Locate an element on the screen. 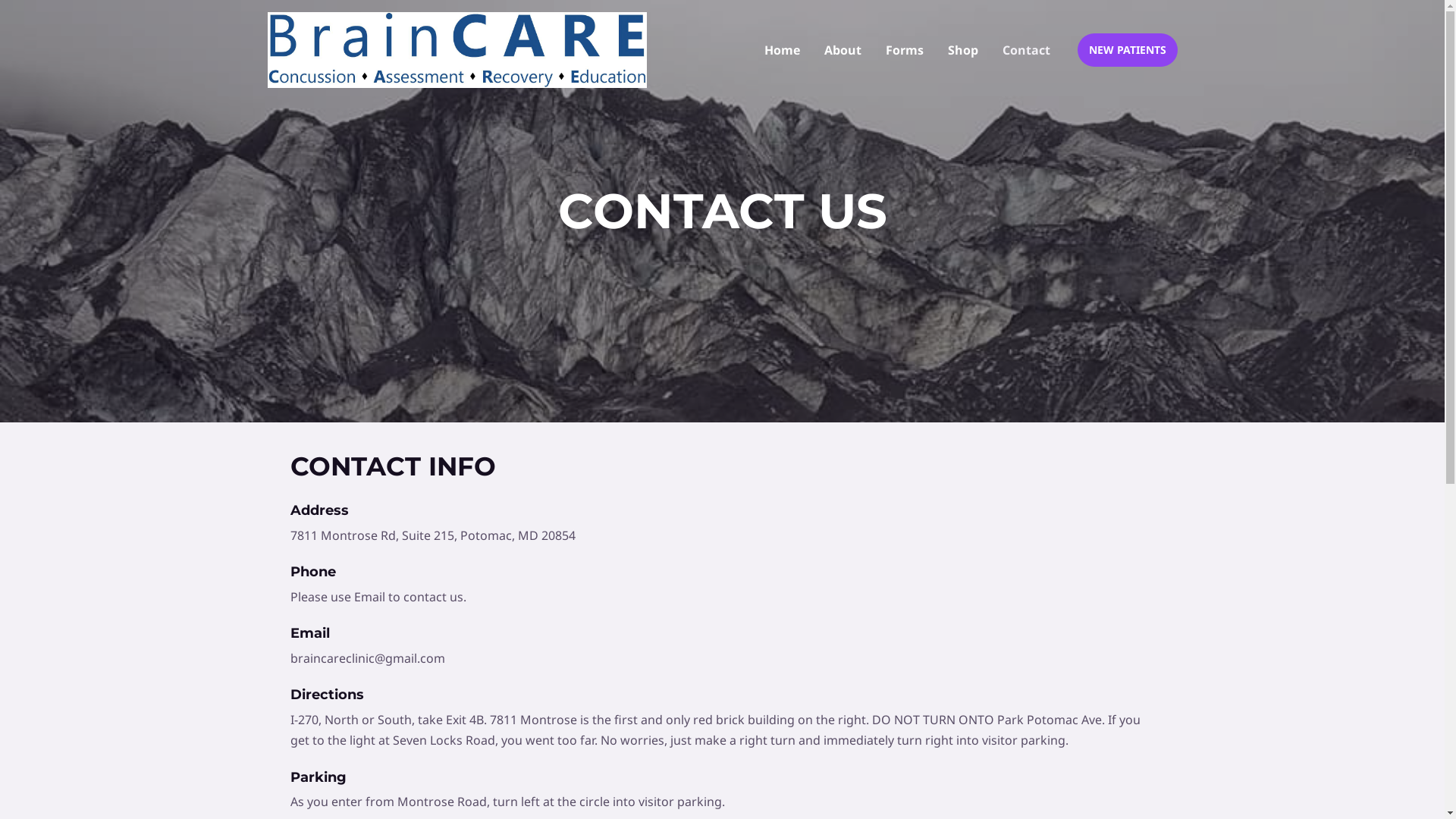  'NEW PATIENTS' is located at coordinates (1127, 49).